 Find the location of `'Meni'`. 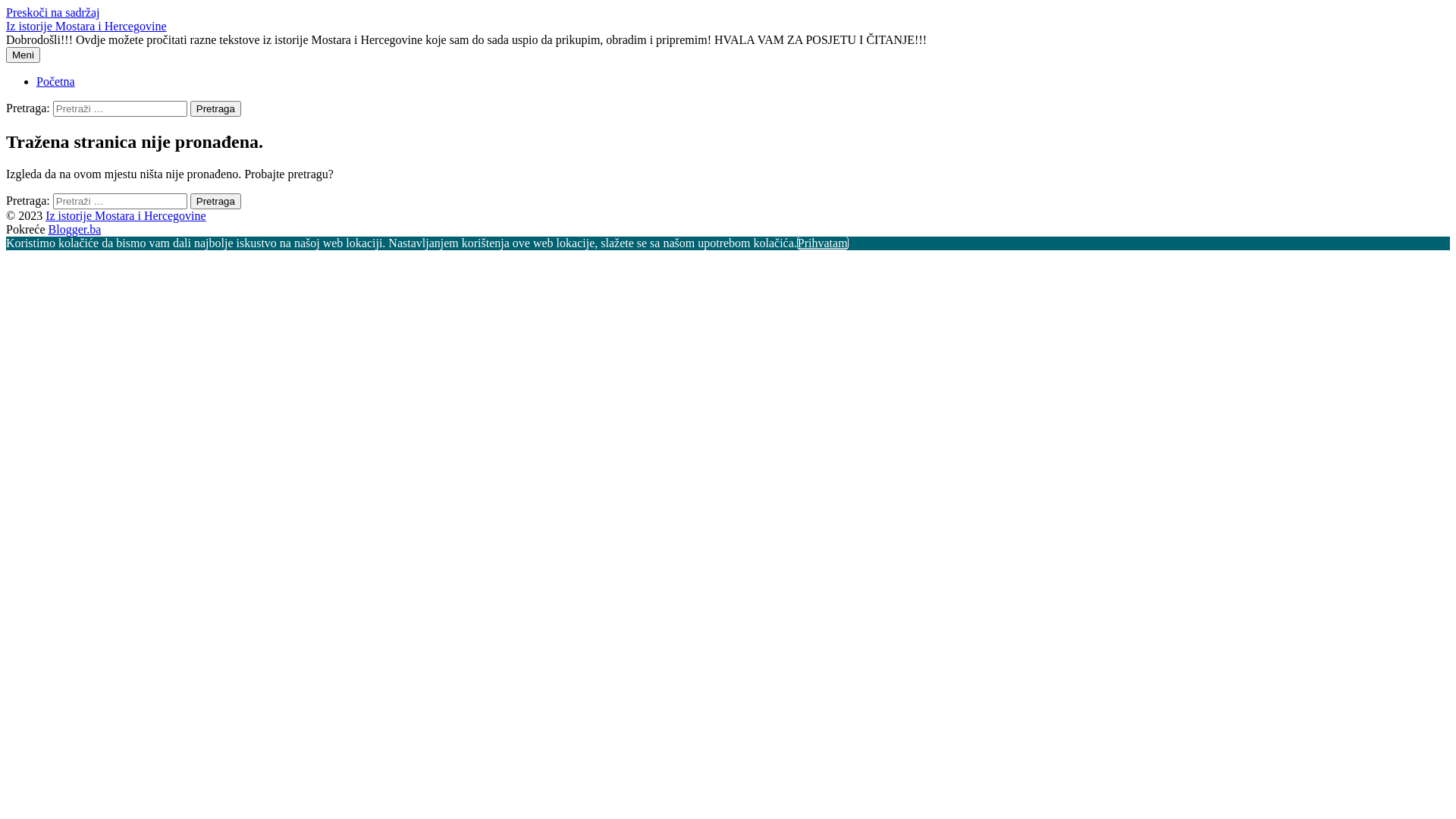

'Meni' is located at coordinates (23, 54).